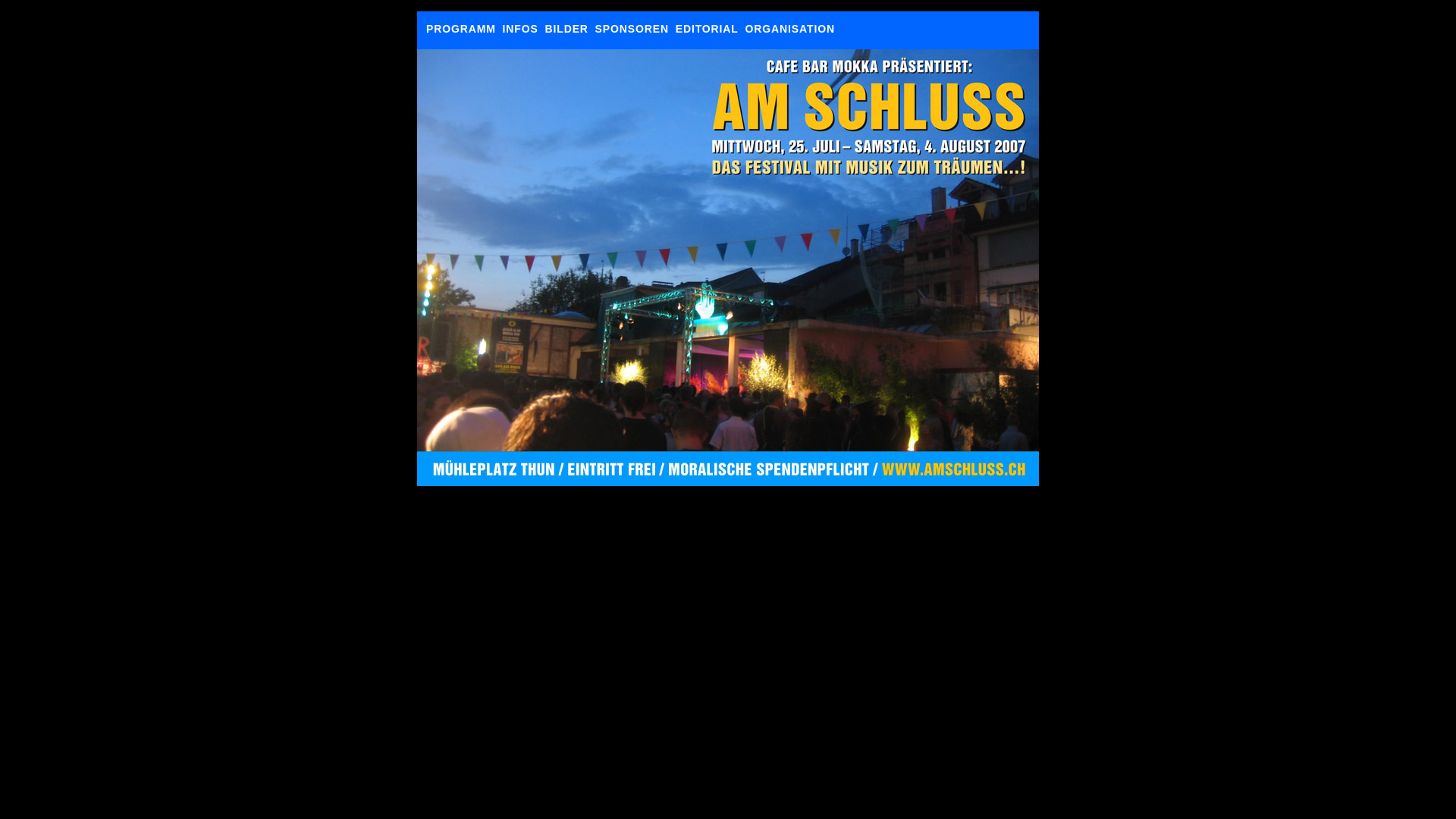 Image resolution: width=1456 pixels, height=819 pixels. I want to click on 'ORGANISATION', so click(789, 29).